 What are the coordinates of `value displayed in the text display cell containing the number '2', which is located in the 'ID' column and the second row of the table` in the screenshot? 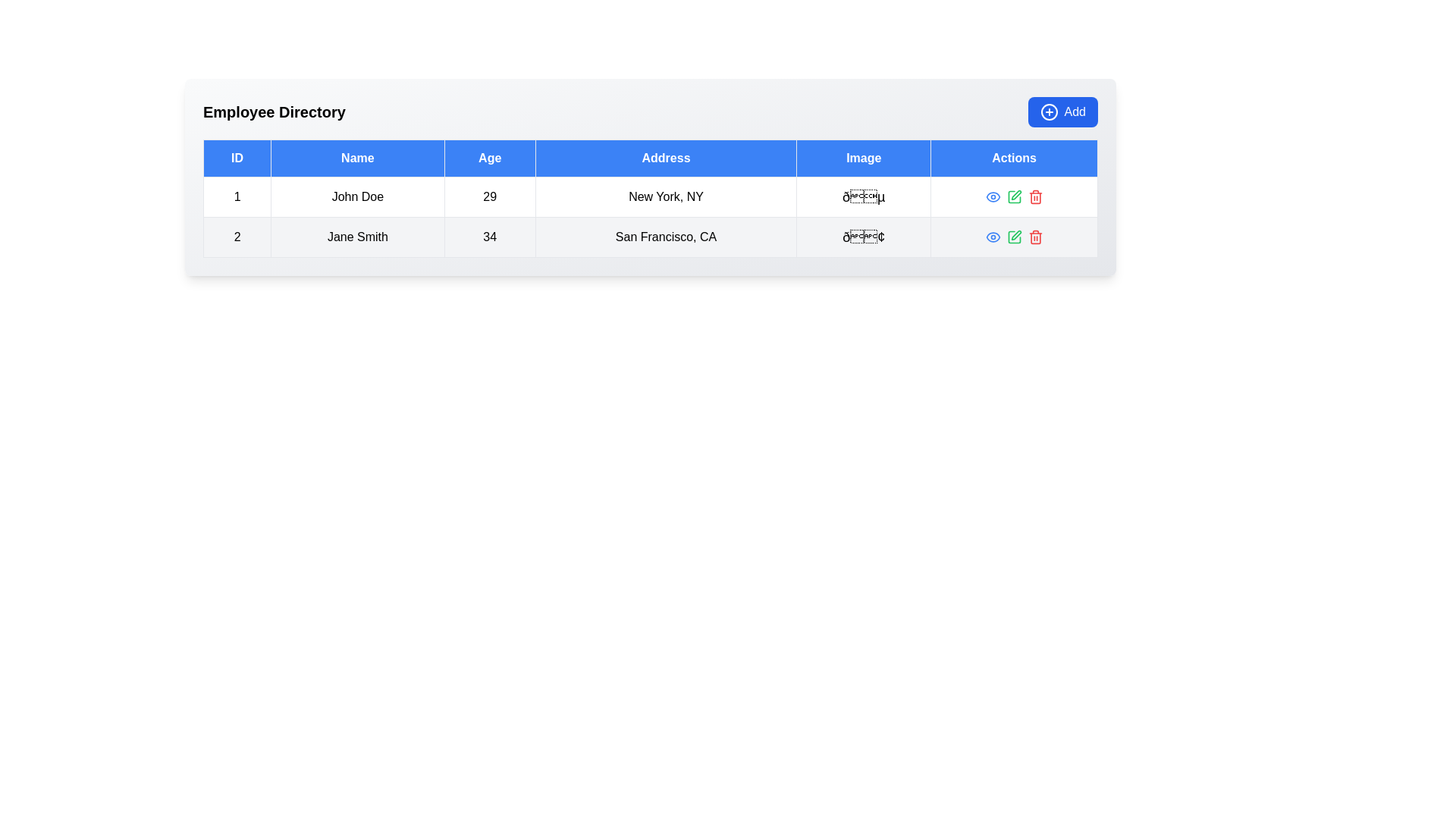 It's located at (237, 237).